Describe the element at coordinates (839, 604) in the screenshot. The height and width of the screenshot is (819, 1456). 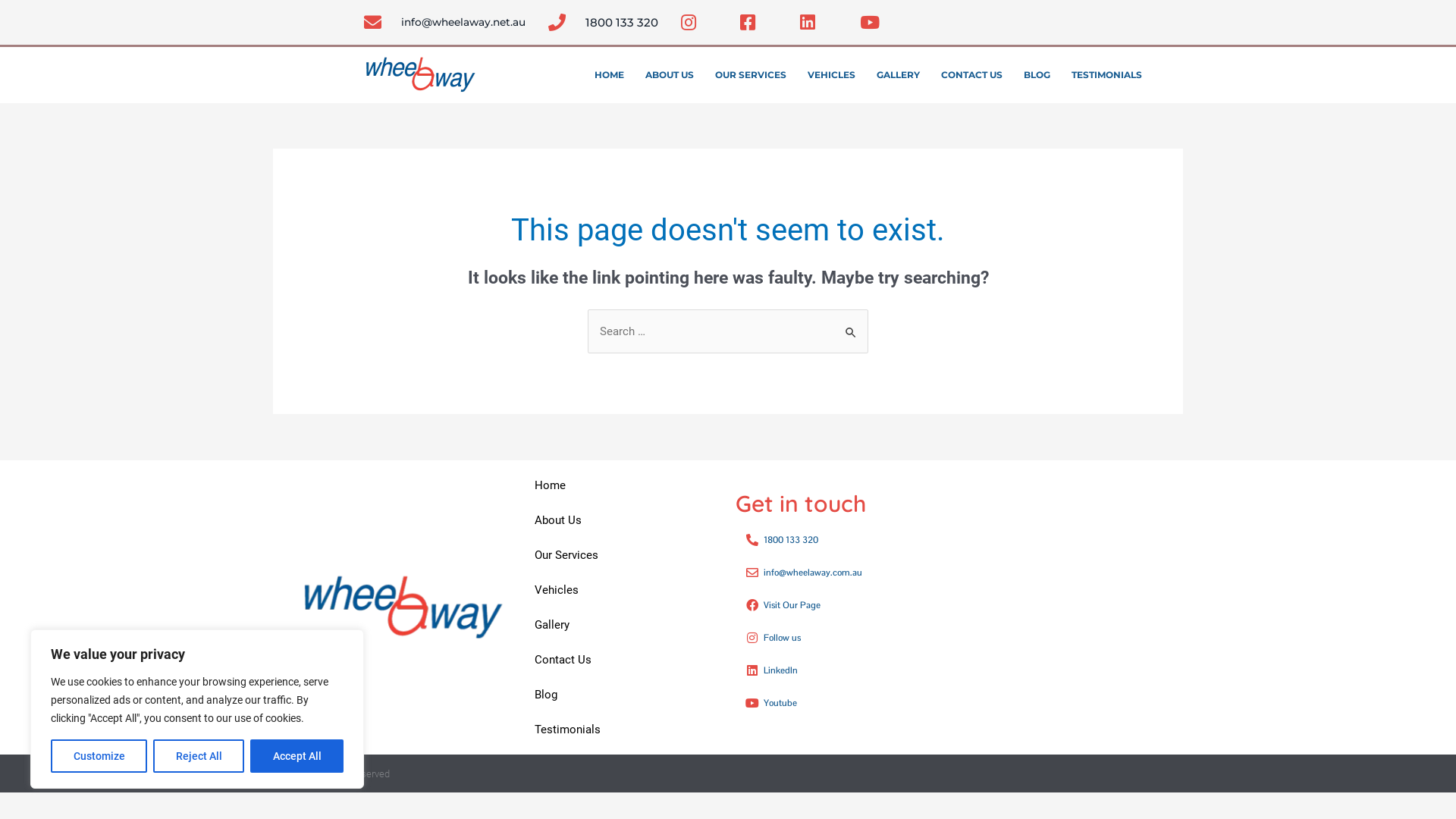
I see `'Visit Our Page'` at that location.